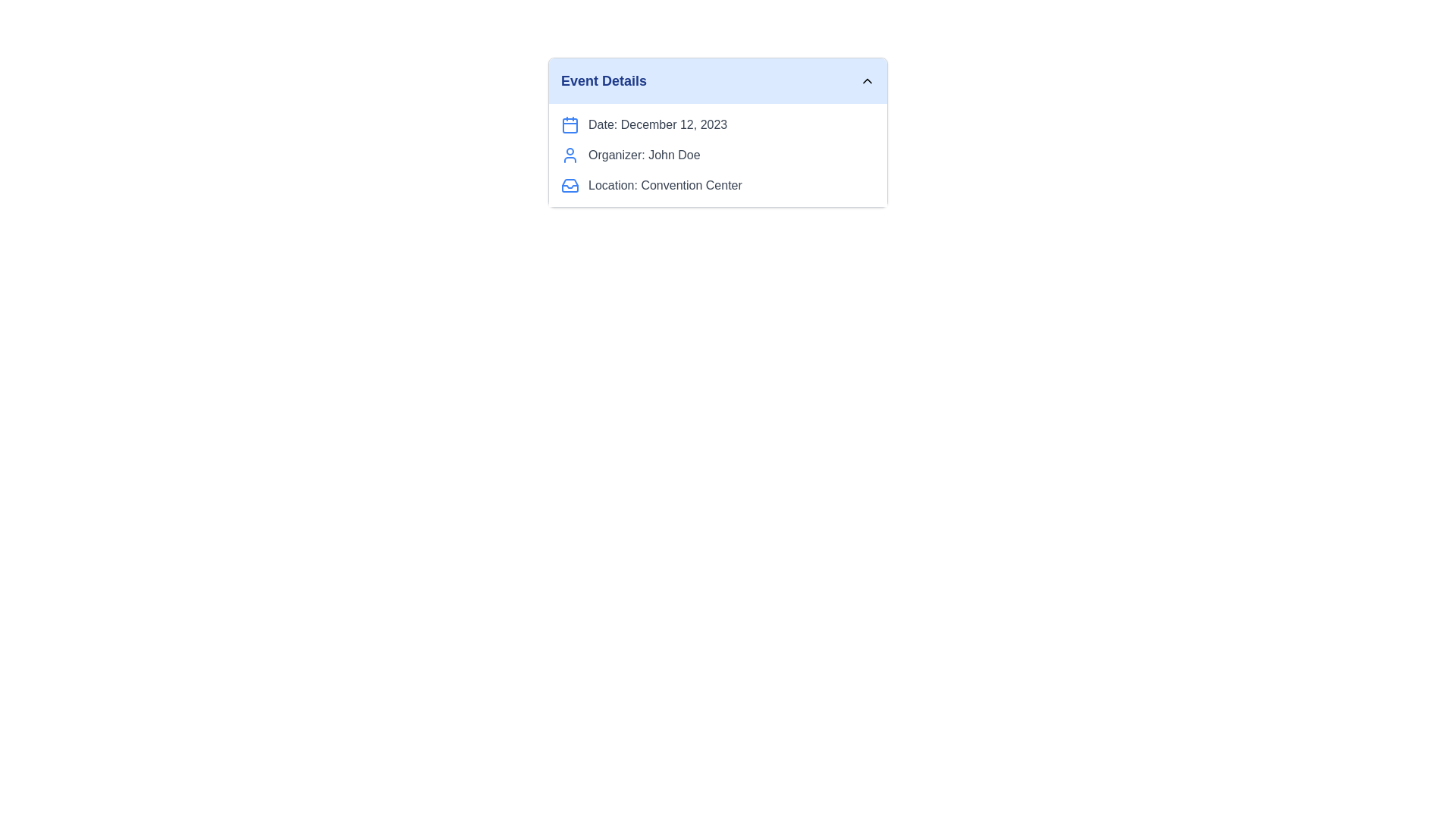 This screenshot has width=1456, height=819. What do you see at coordinates (717, 124) in the screenshot?
I see `the informational label that provides the date of the event, located at the top-left of the 'Event Details' section within a light-colored card` at bounding box center [717, 124].